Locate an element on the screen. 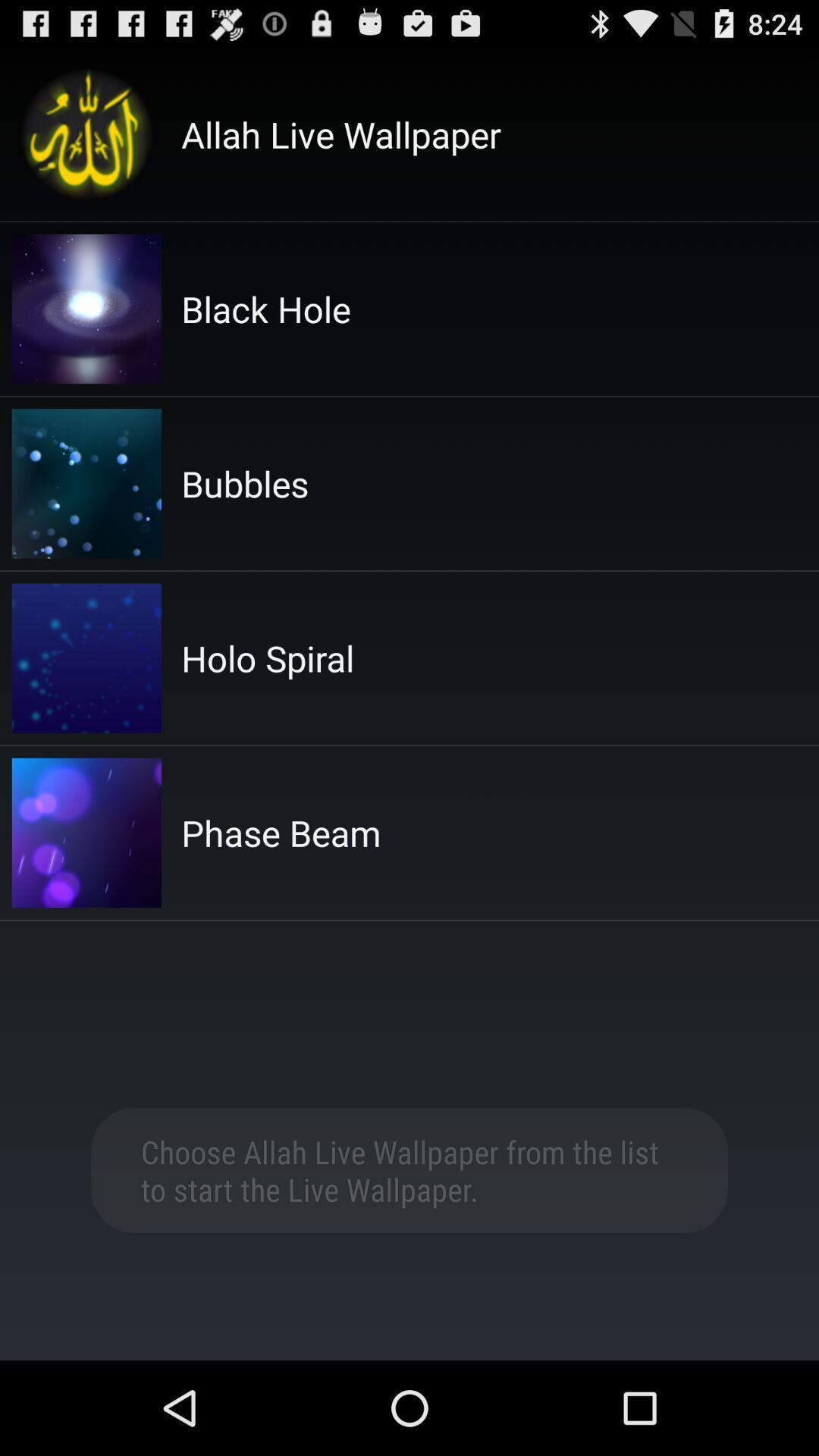 The height and width of the screenshot is (1456, 819). the bubbles is located at coordinates (244, 482).